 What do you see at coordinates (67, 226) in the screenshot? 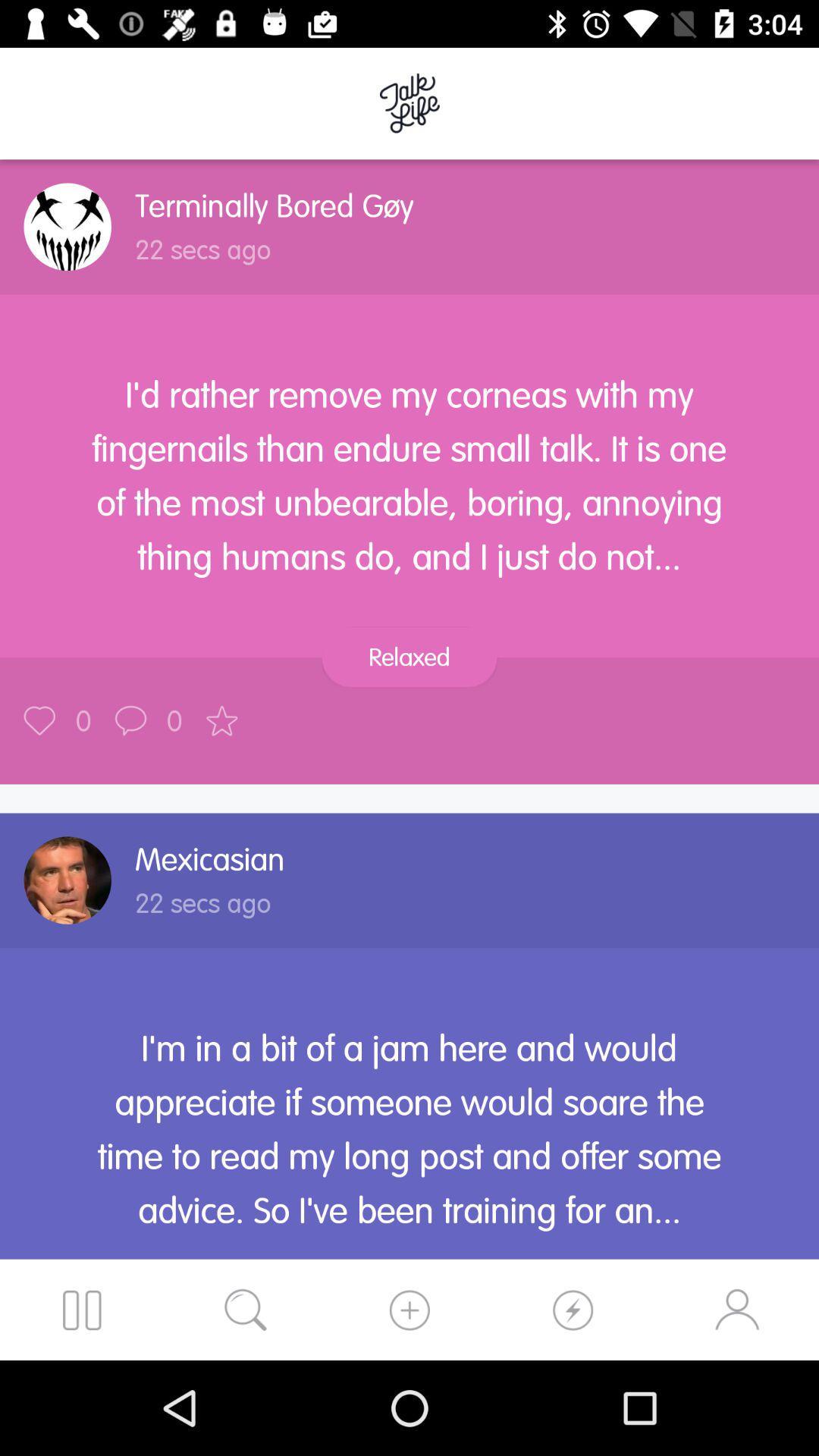
I see `profile` at bounding box center [67, 226].